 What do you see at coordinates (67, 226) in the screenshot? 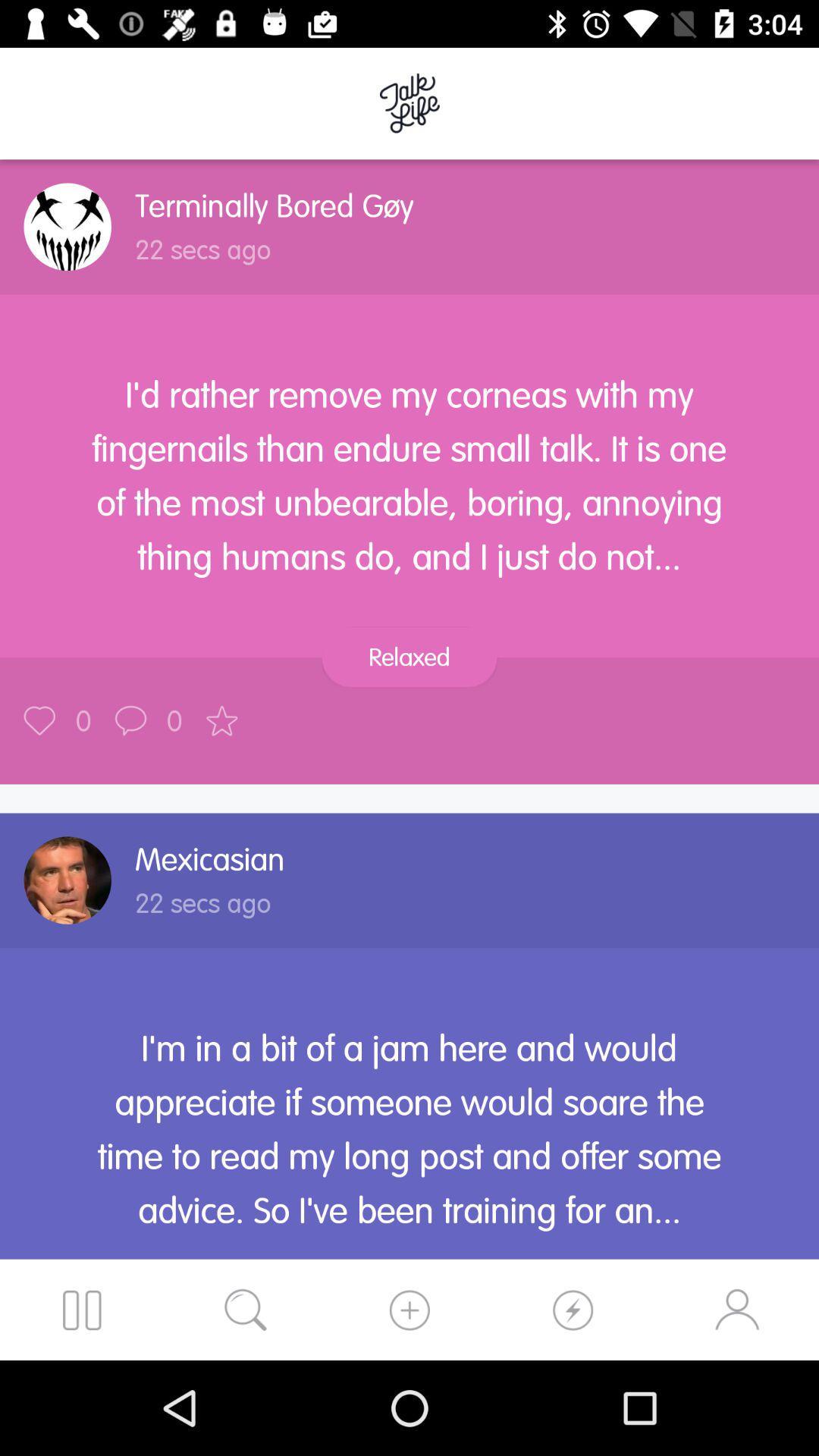
I see `profile` at bounding box center [67, 226].